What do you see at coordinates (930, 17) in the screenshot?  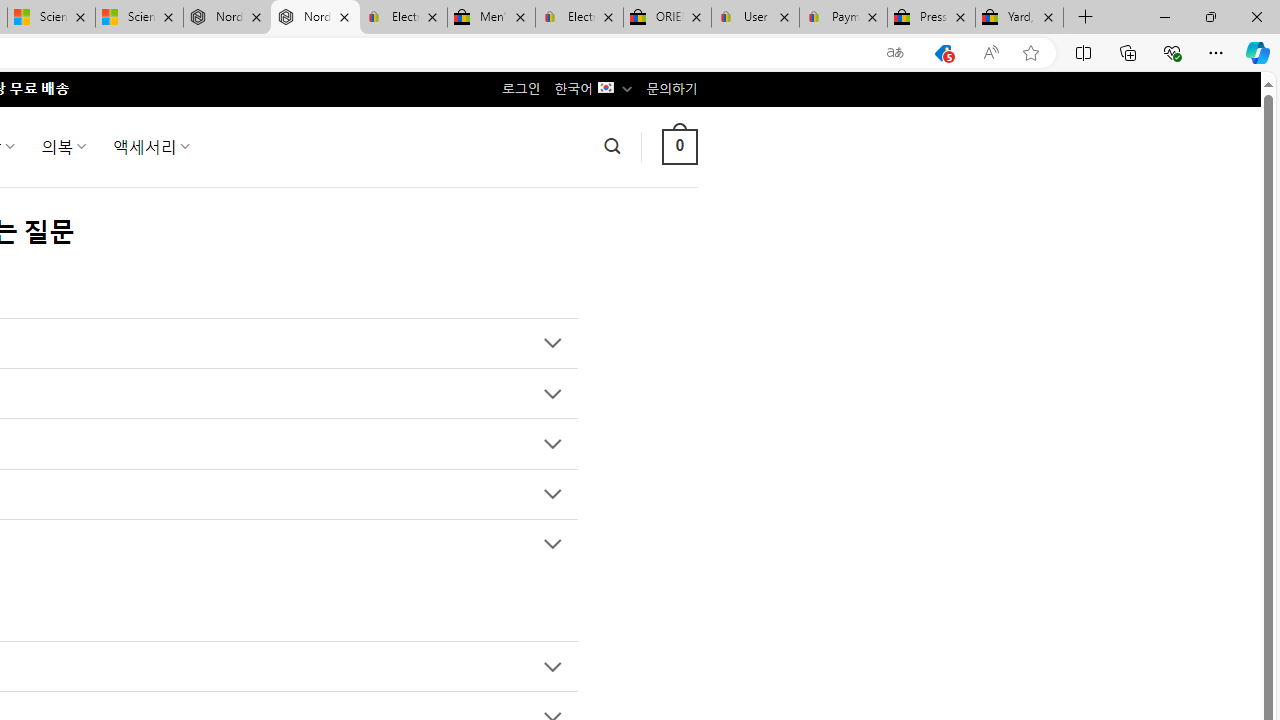 I see `'Press Room - eBay Inc.'` at bounding box center [930, 17].